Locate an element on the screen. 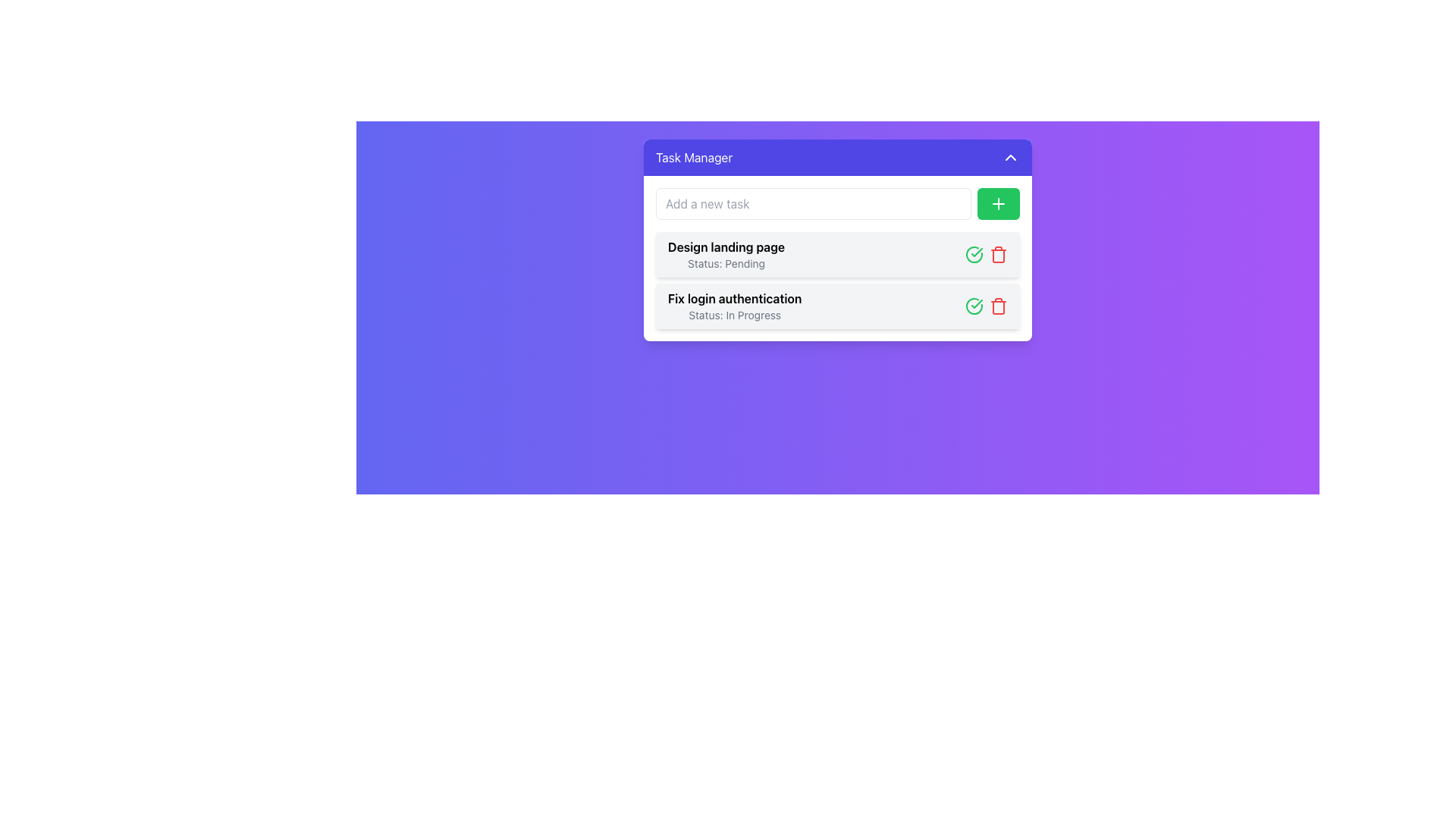 This screenshot has height=819, width=1456. the set of interactive icons for the task 'Fix login authentication' located on the right-hand side of the task entry is located at coordinates (986, 306).